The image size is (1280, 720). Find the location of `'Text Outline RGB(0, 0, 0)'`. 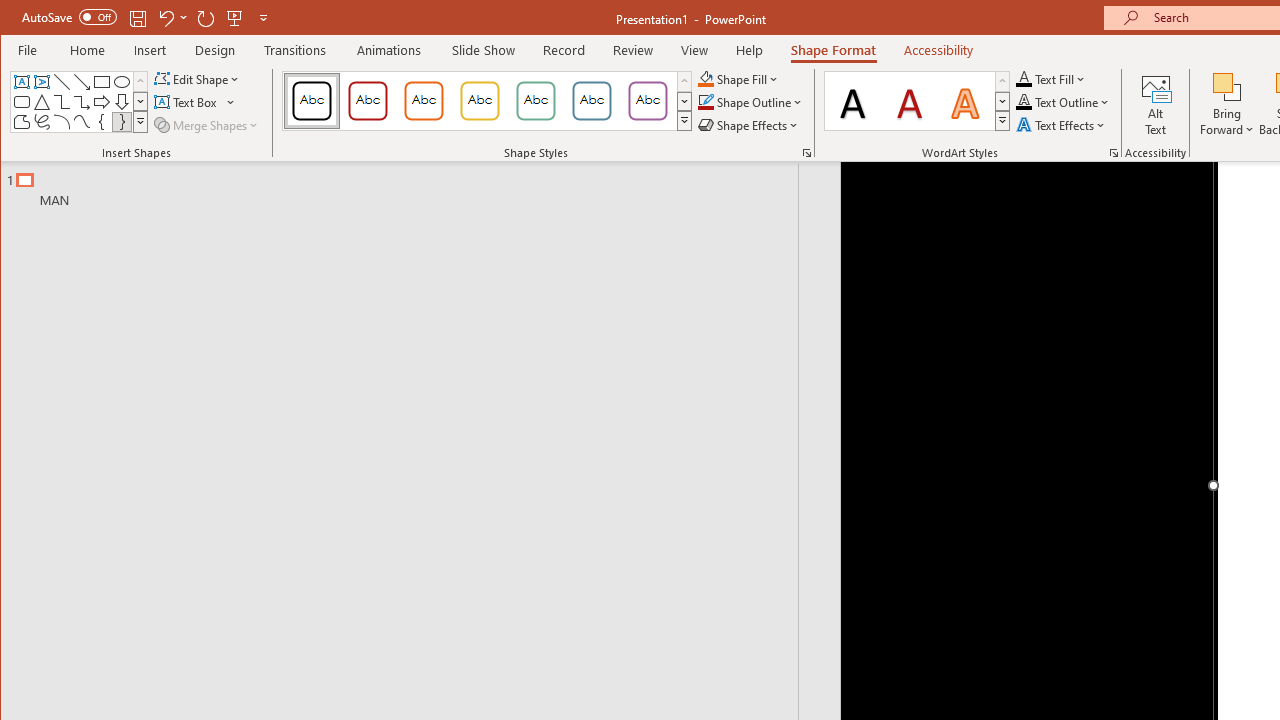

'Text Outline RGB(0, 0, 0)' is located at coordinates (1024, 102).